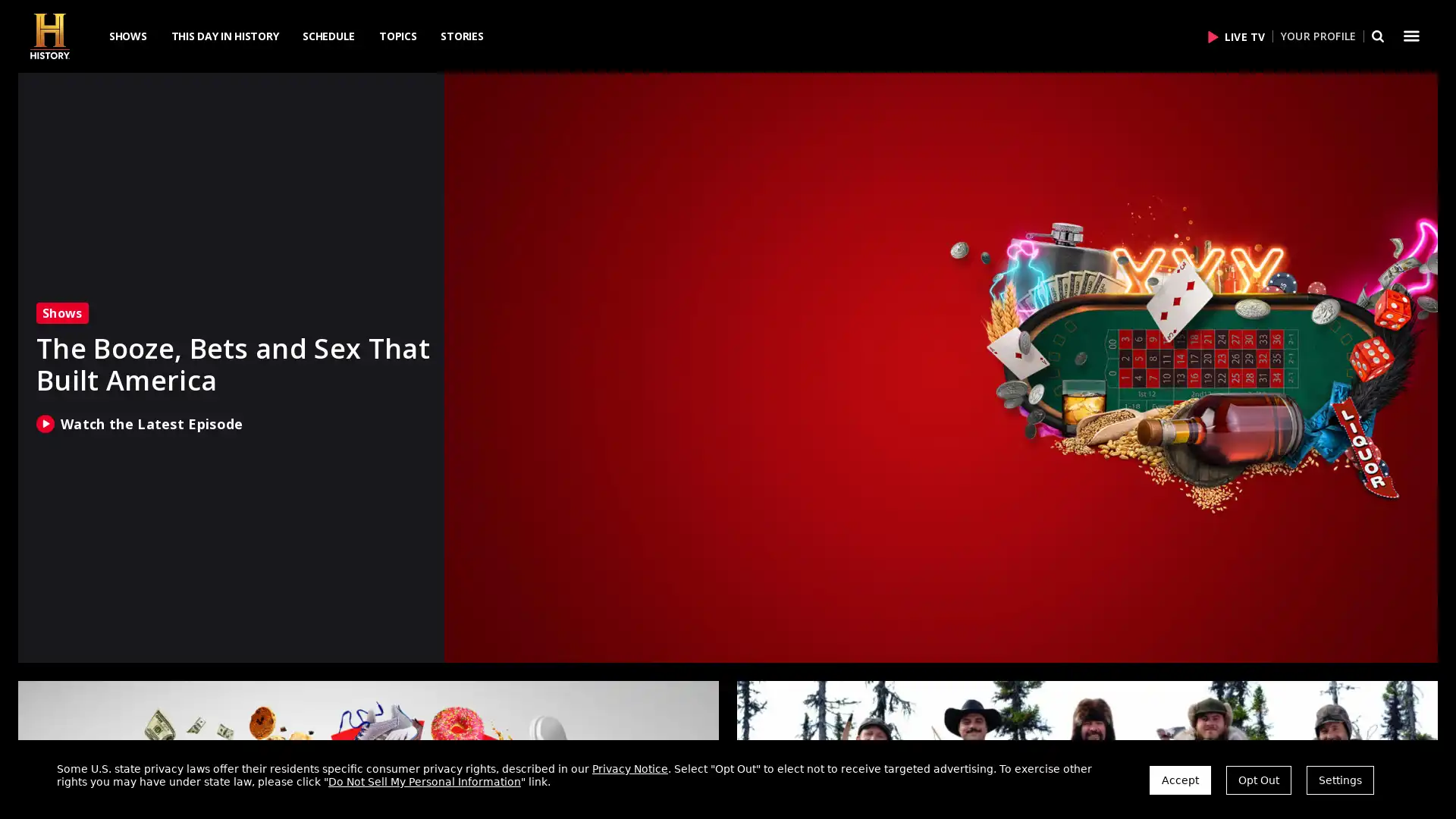 The width and height of the screenshot is (1456, 819). Describe the element at coordinates (1316, 35) in the screenshot. I see `YOUR PROFILE` at that location.